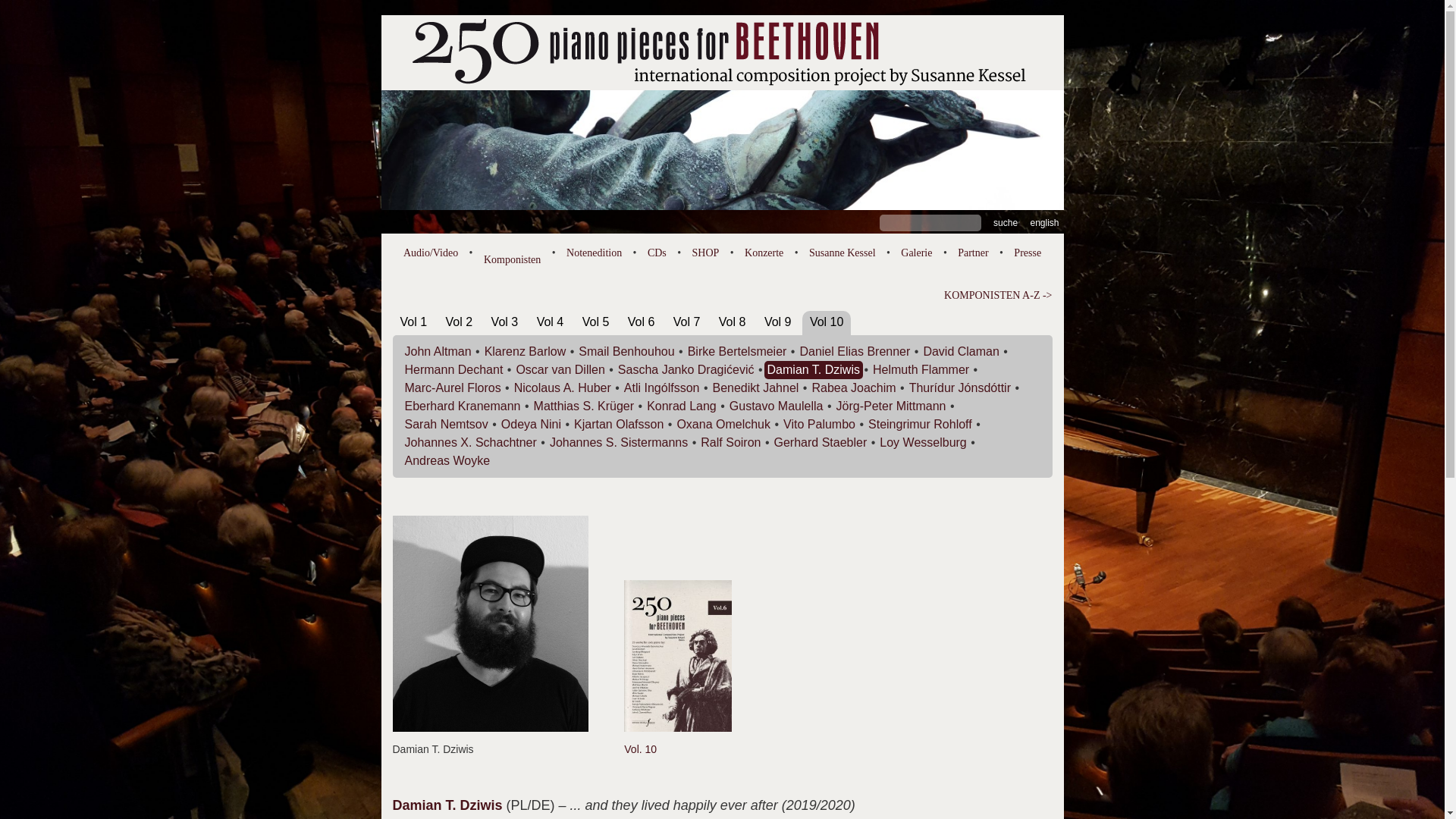 This screenshot has height=819, width=1456. Describe the element at coordinates (855, 351) in the screenshot. I see `'Daniel Elias Brenner'` at that location.